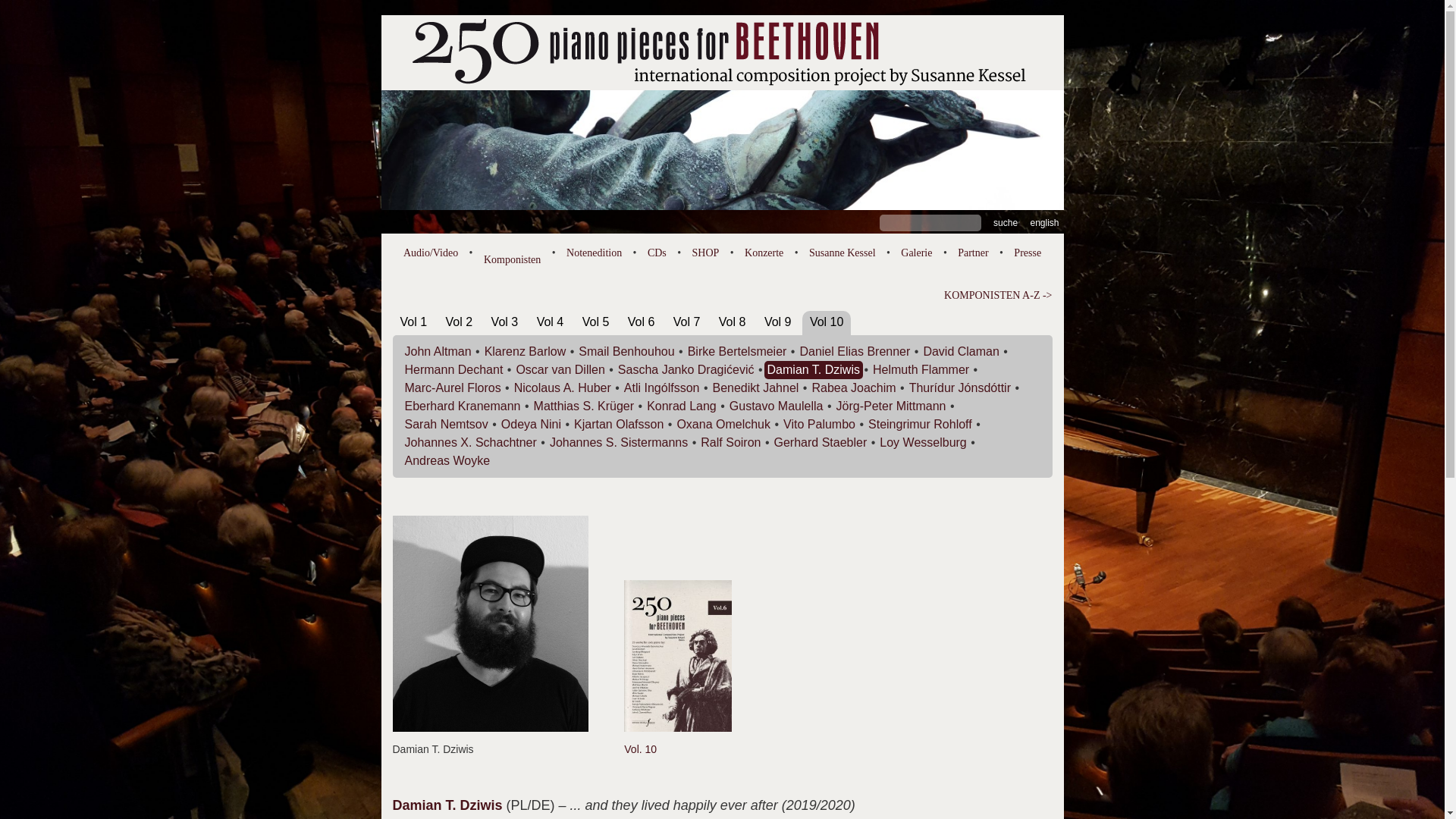 This screenshot has height=819, width=1456. Describe the element at coordinates (855, 351) in the screenshot. I see `'Daniel Elias Brenner'` at that location.